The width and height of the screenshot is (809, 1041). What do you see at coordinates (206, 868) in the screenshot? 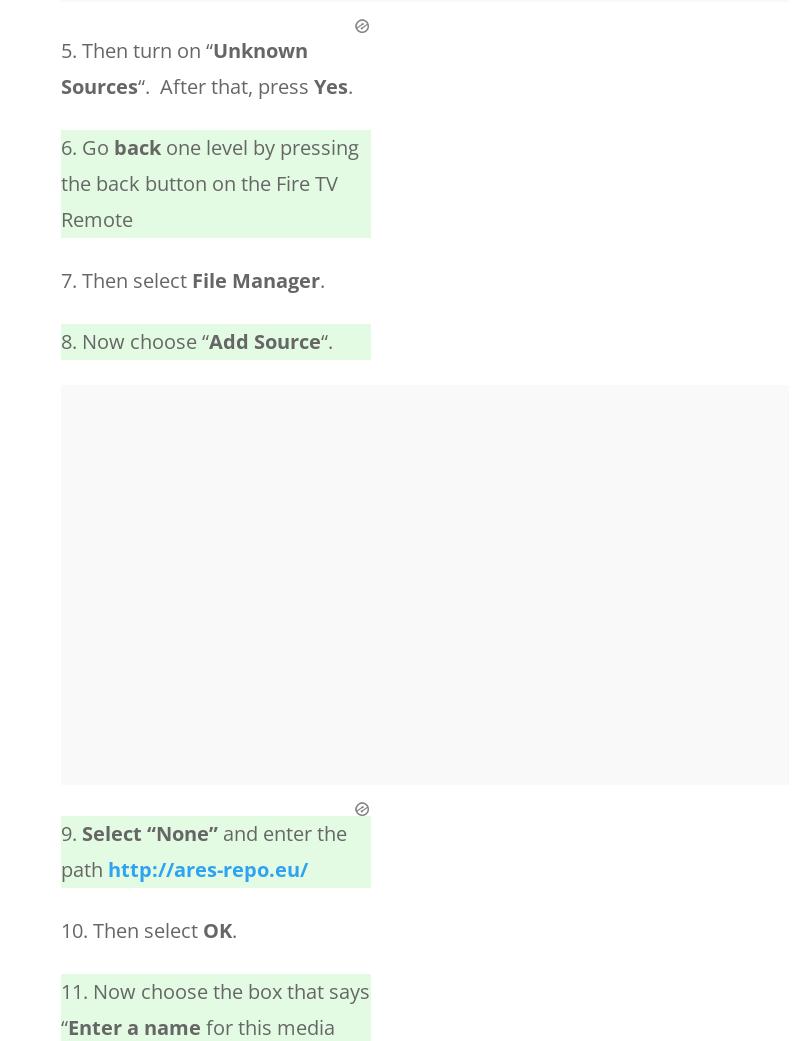
I see `'http://ares-repo.eu/'` at bounding box center [206, 868].